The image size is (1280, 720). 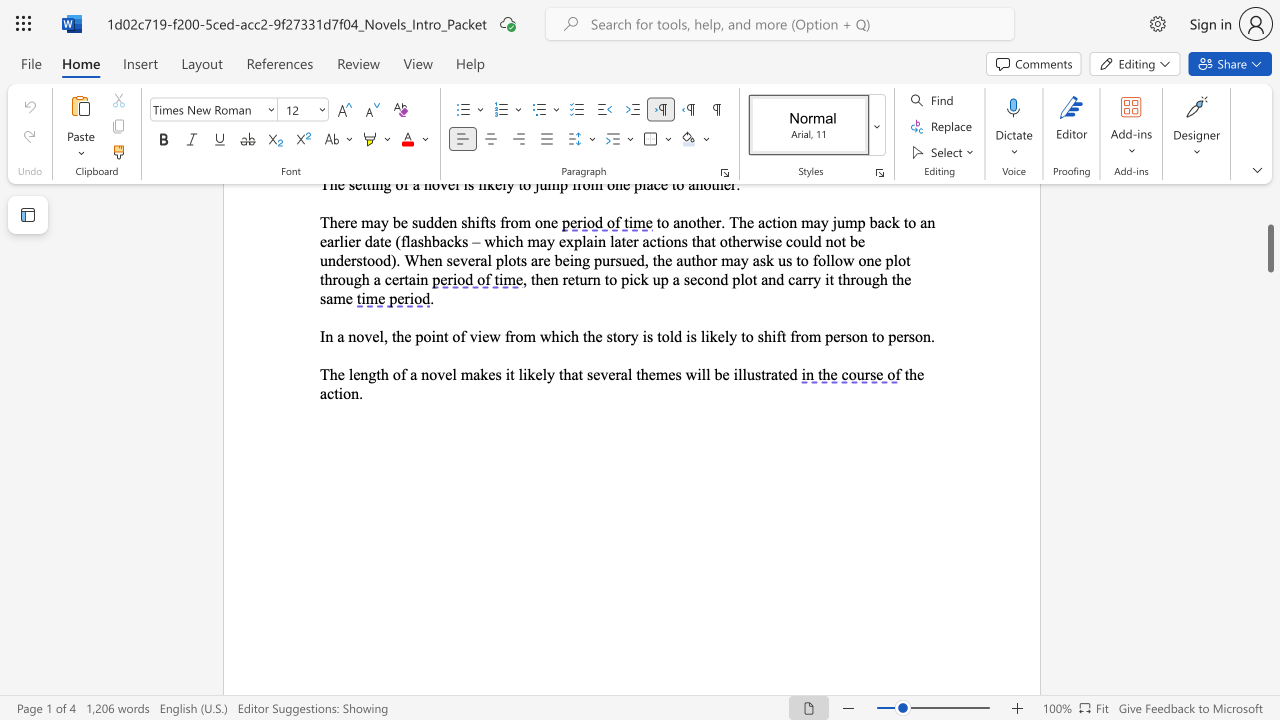 What do you see at coordinates (1269, 247) in the screenshot?
I see `the scrollbar and move up 110 pixels` at bounding box center [1269, 247].